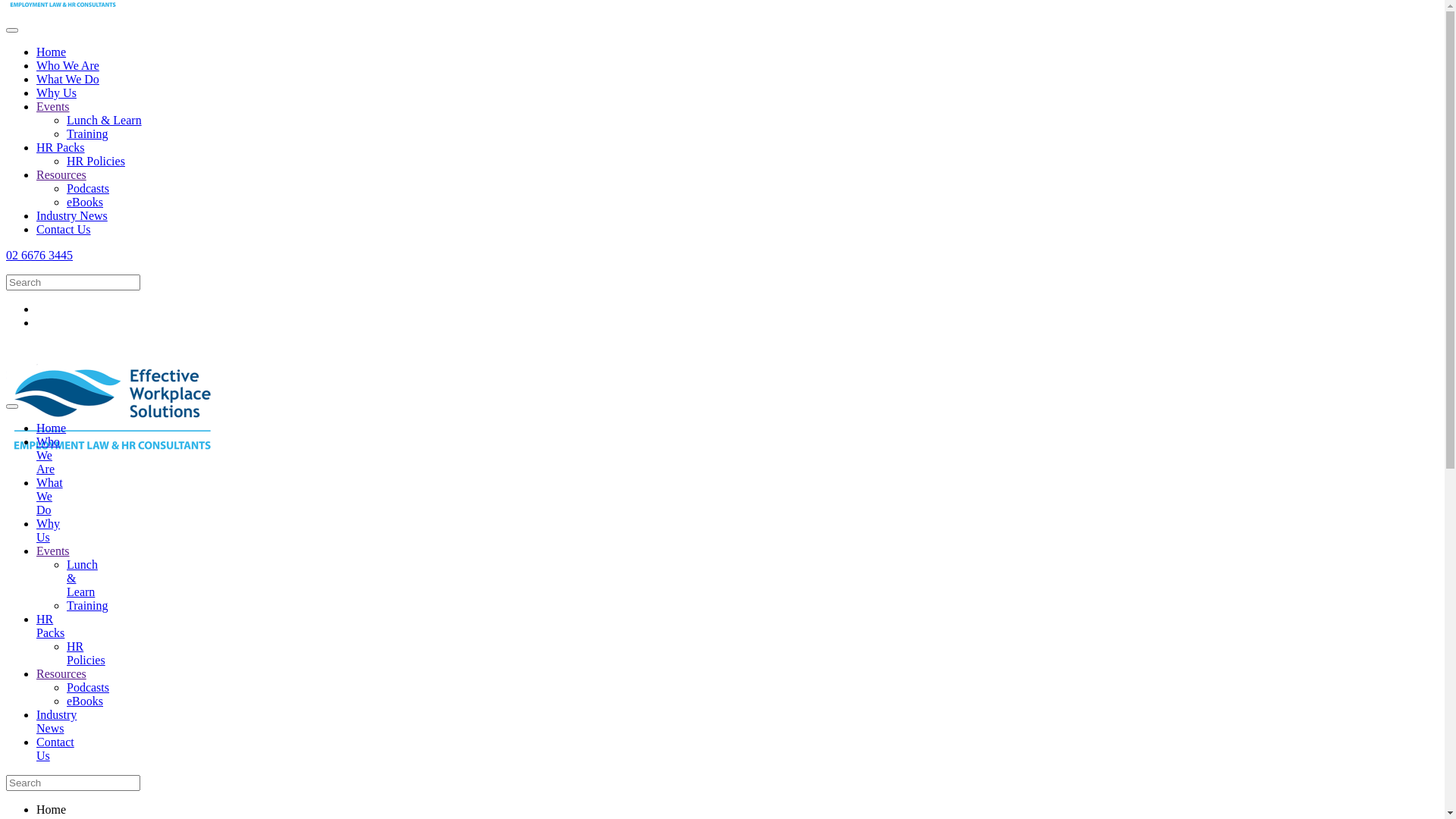 This screenshot has height=819, width=1456. I want to click on 'Lunch & Learn', so click(81, 578).